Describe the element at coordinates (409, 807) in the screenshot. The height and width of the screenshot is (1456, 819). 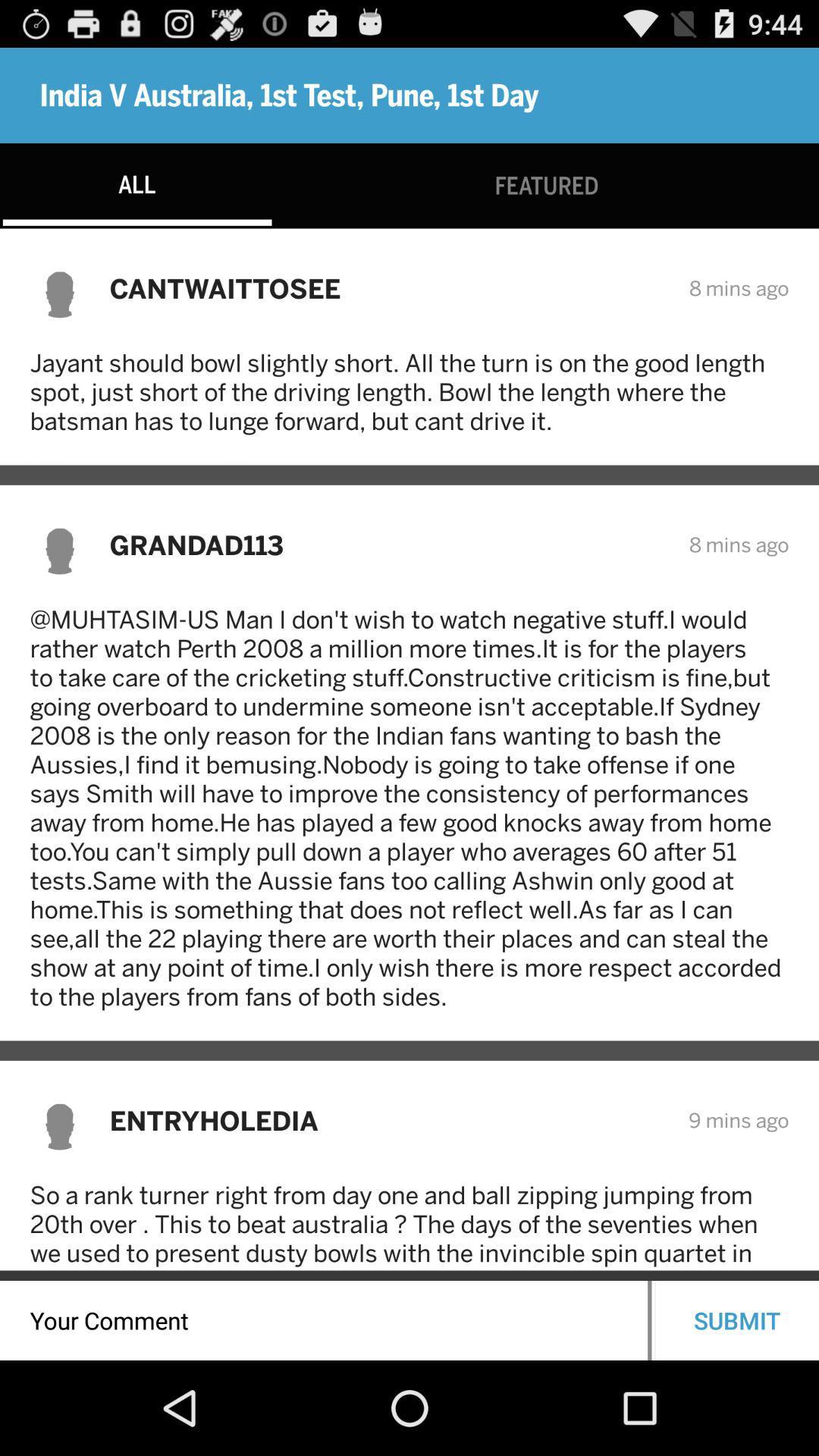
I see `the muhtasim us man icon` at that location.